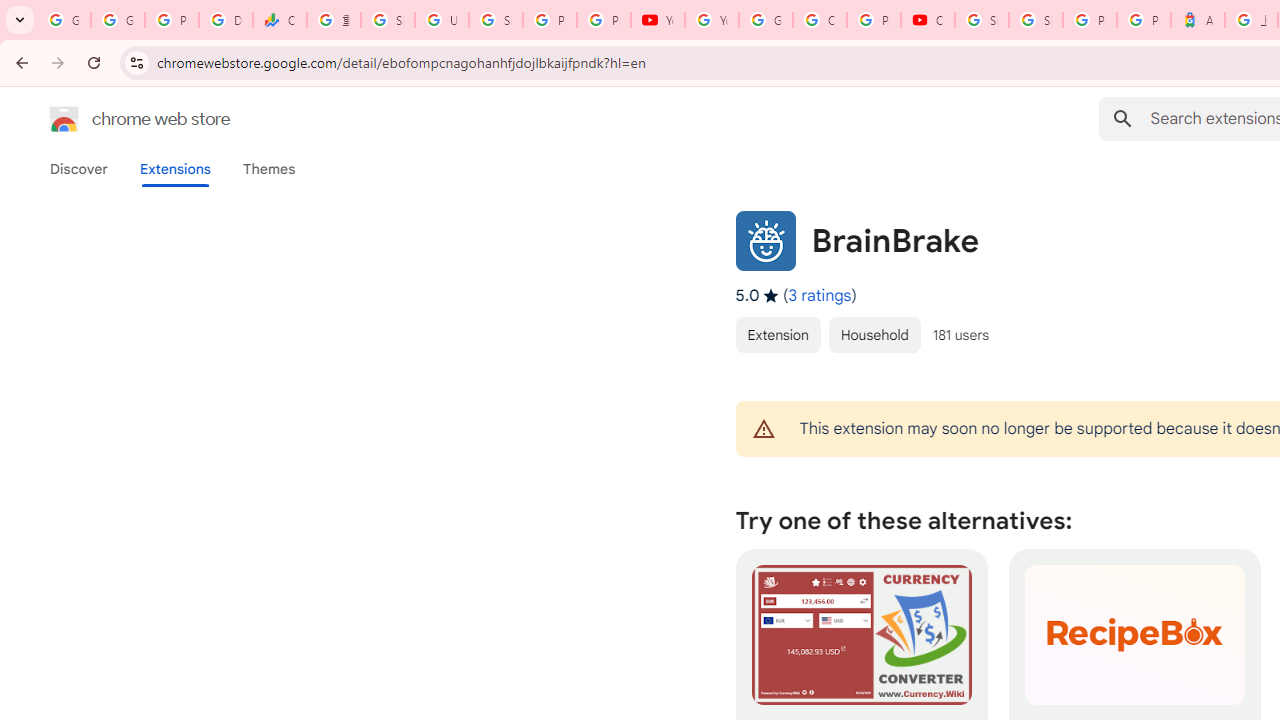 The width and height of the screenshot is (1280, 720). What do you see at coordinates (1198, 20) in the screenshot?
I see `'Atour Hotel - Google hotels'` at bounding box center [1198, 20].